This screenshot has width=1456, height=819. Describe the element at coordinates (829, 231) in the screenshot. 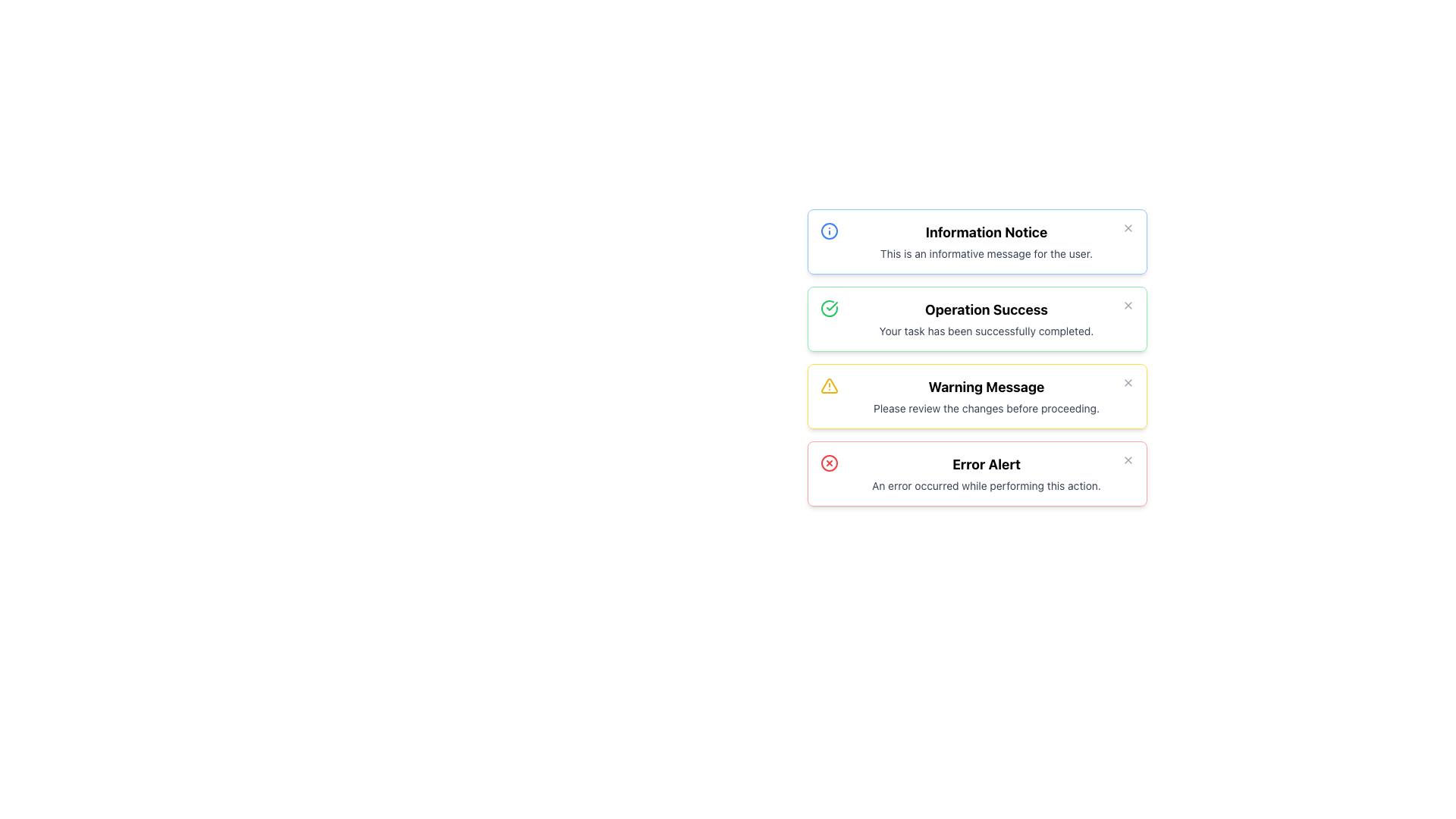

I see `the circular information icon with a blue outline located at the top-left corner of the 'Information Notice' message box` at that location.